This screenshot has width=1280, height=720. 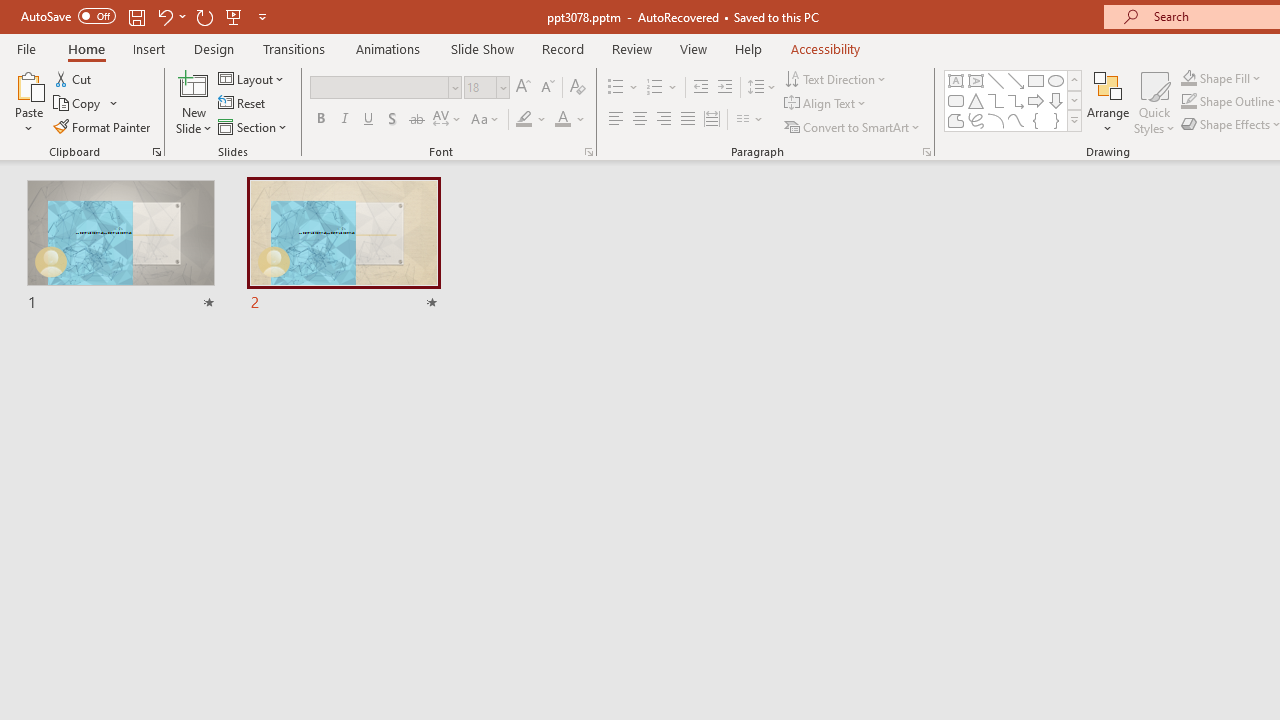 What do you see at coordinates (1055, 100) in the screenshot?
I see `'Arrow: Down'` at bounding box center [1055, 100].